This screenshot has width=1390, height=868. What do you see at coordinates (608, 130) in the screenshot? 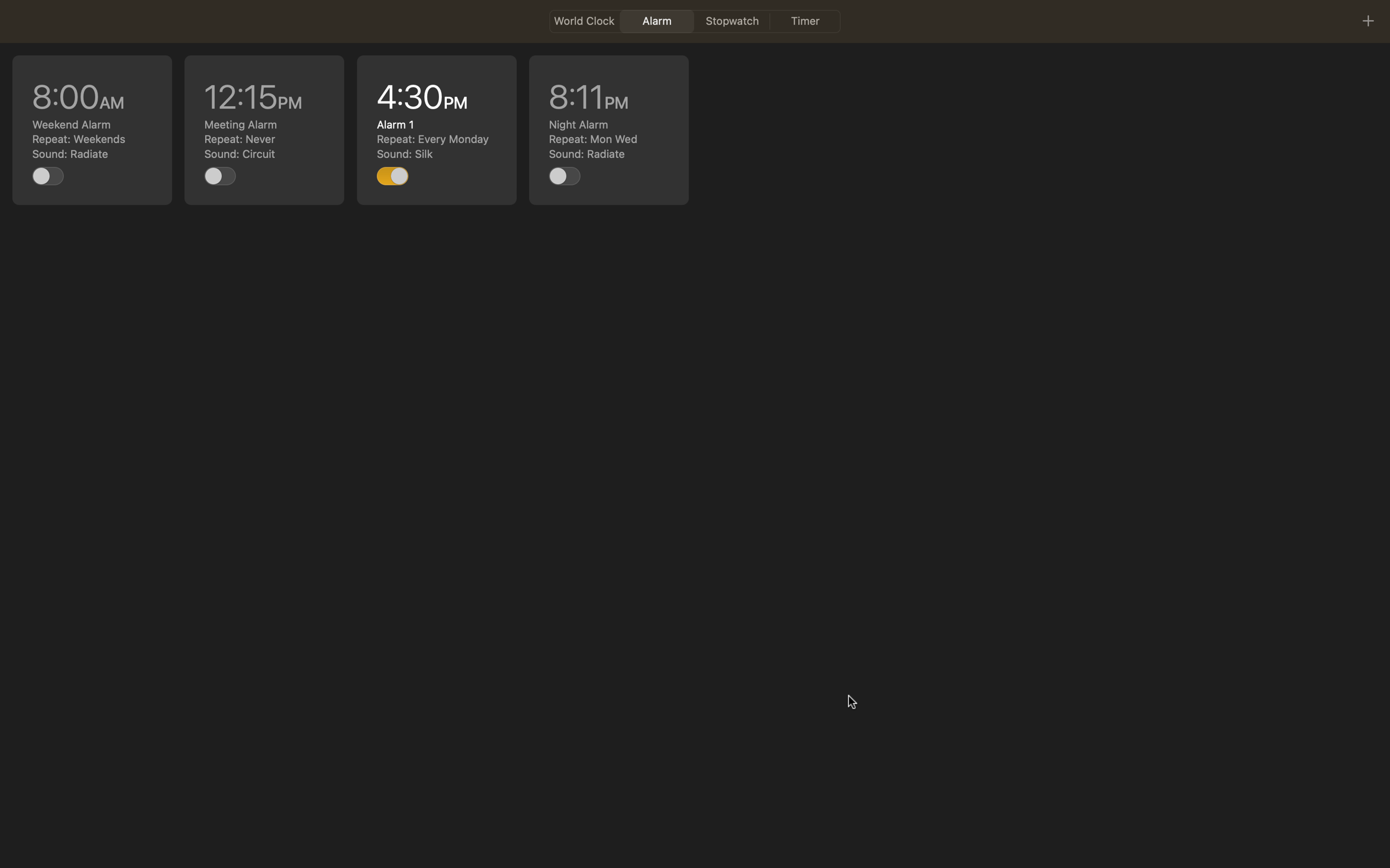
I see `Change the specifications of the 8pm alarm` at bounding box center [608, 130].